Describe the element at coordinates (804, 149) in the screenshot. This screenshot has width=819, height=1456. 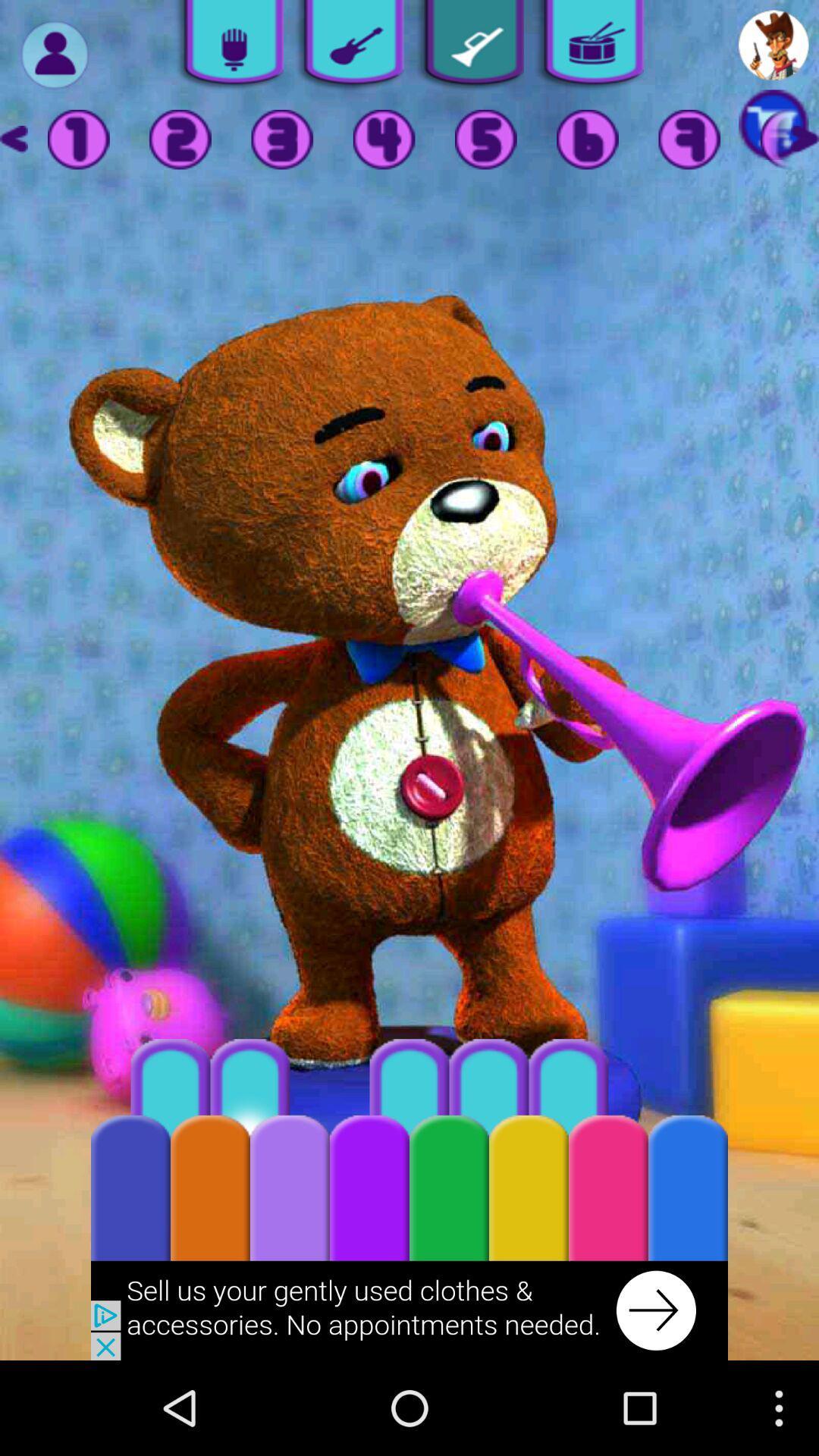
I see `the star icon` at that location.